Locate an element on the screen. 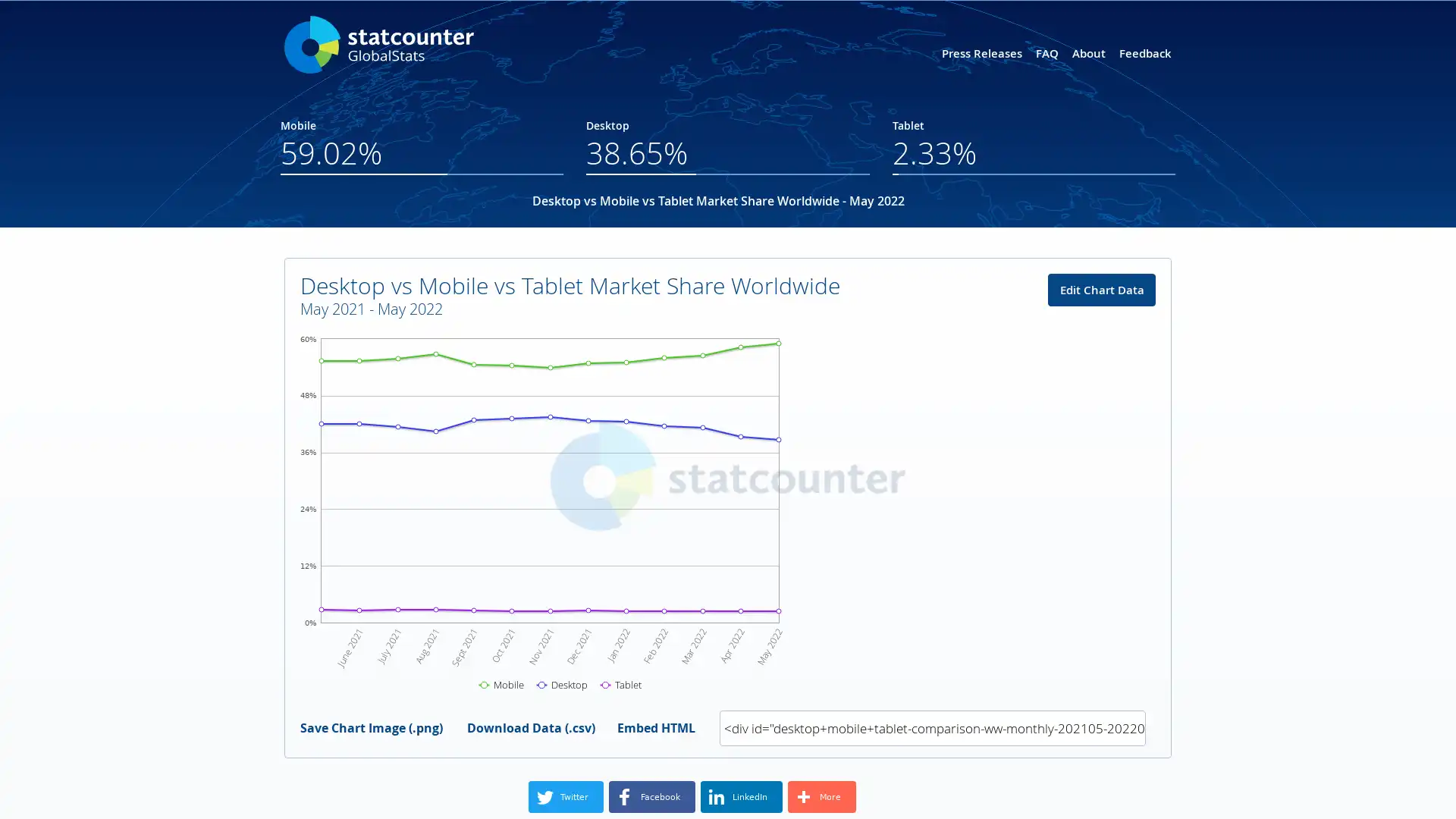  Share to LinkedIn LinkedIn is located at coordinates (737, 795).